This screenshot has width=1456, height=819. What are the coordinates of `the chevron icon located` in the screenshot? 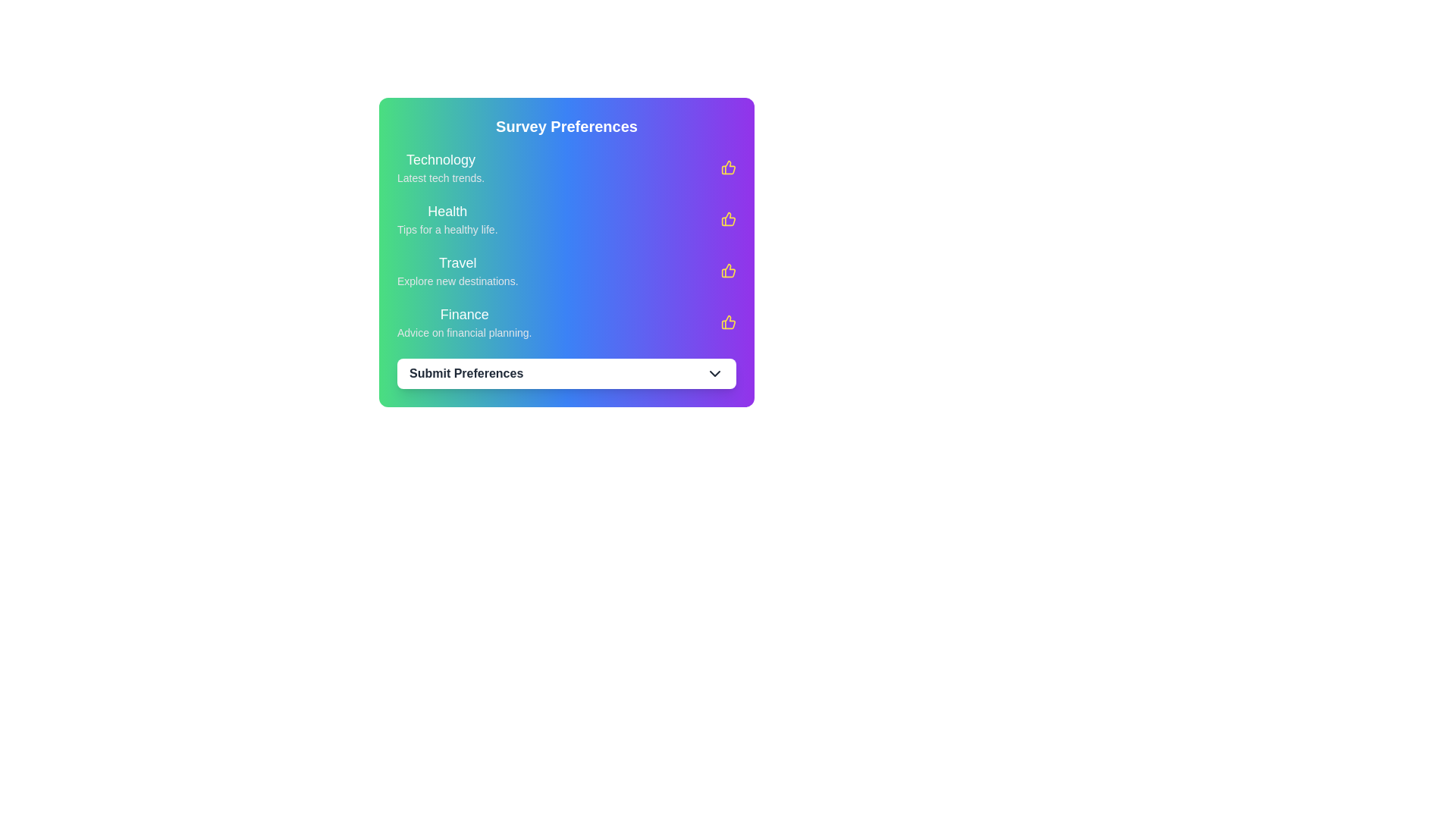 It's located at (714, 374).